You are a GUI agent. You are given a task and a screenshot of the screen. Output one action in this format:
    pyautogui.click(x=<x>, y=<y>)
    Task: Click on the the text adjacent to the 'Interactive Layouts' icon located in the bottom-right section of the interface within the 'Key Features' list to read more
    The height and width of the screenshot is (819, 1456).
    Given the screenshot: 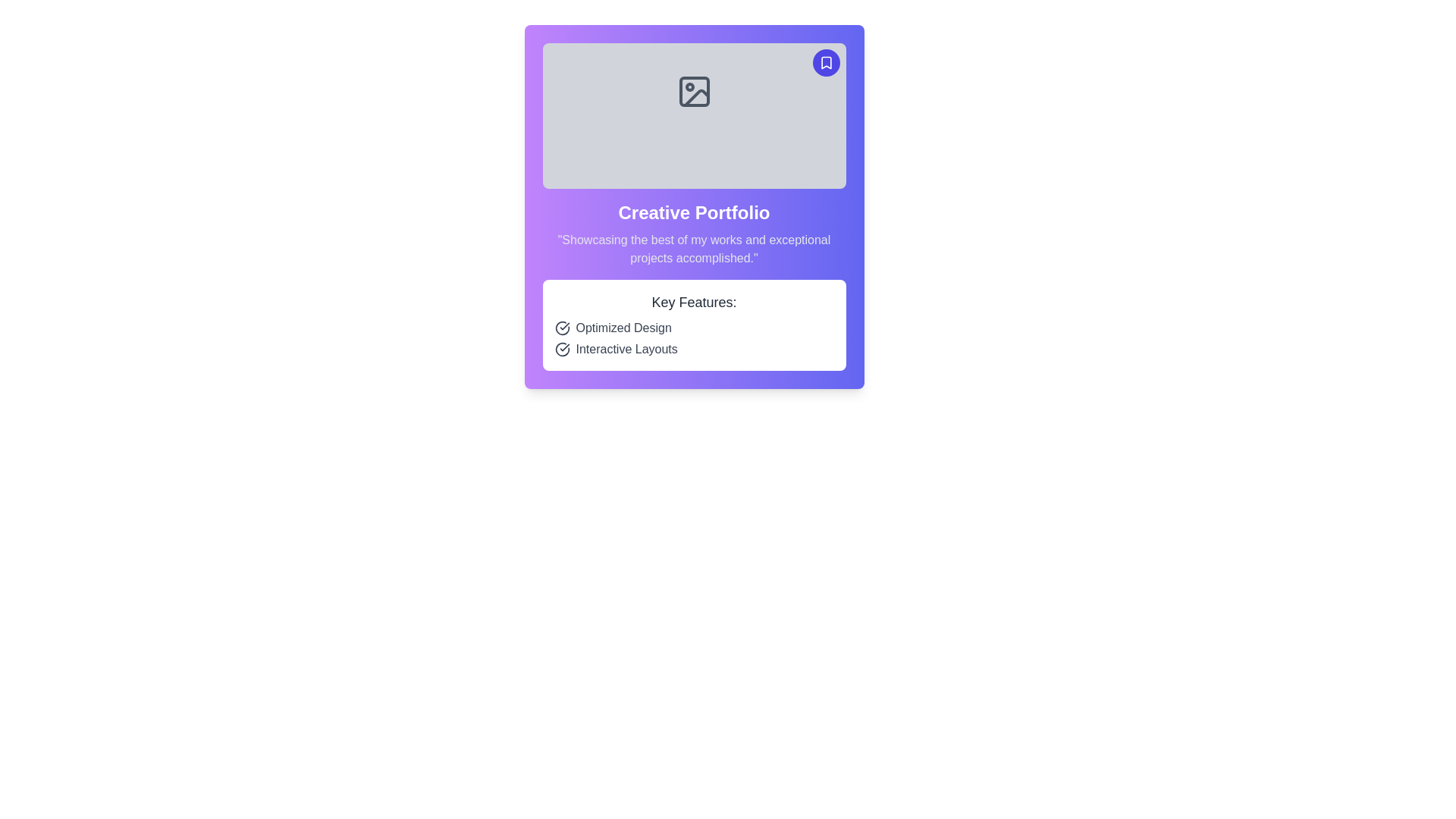 What is the action you would take?
    pyautogui.click(x=561, y=350)
    